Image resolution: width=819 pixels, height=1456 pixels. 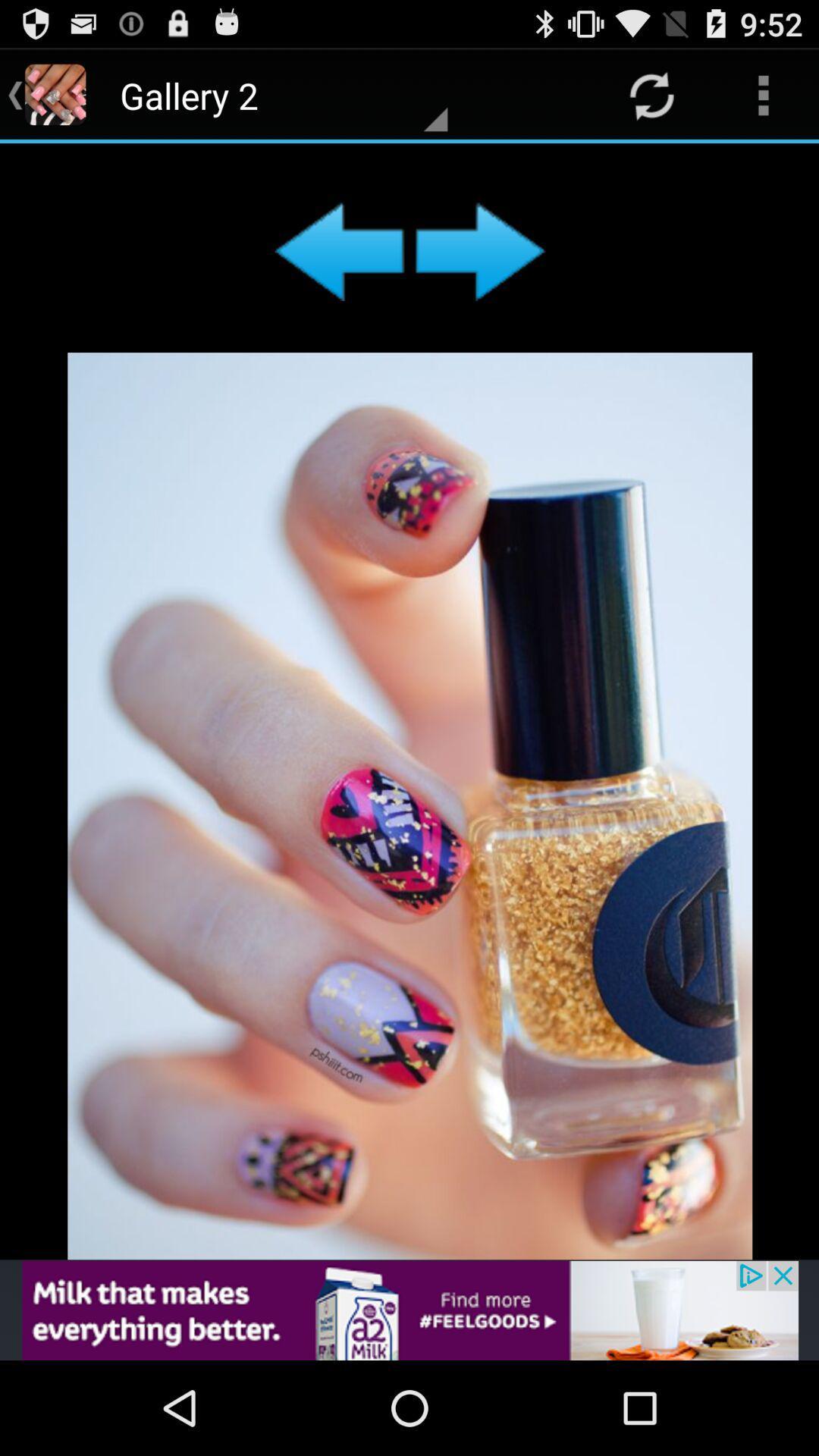 What do you see at coordinates (409, 701) in the screenshot?
I see `image only i believe` at bounding box center [409, 701].